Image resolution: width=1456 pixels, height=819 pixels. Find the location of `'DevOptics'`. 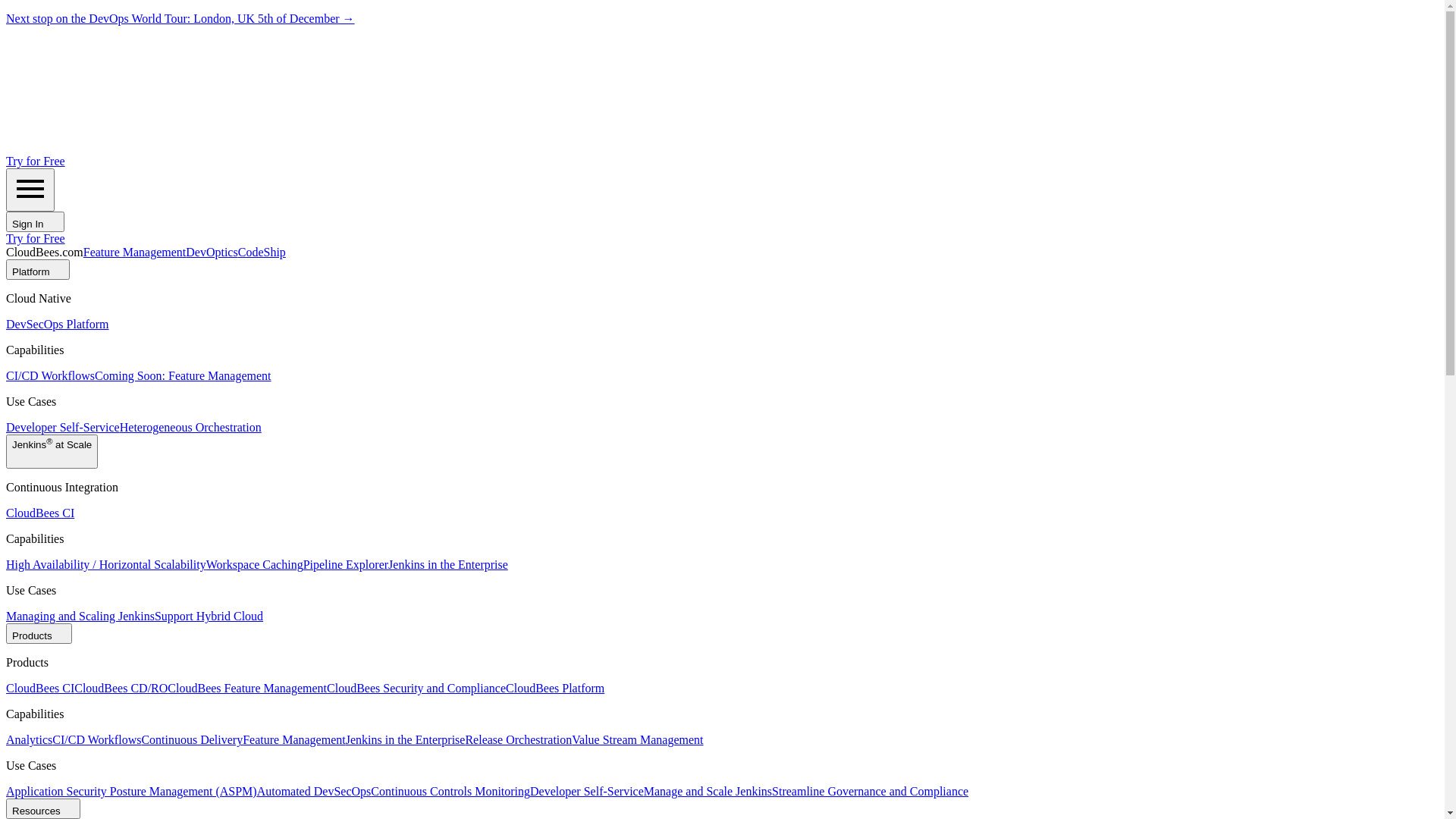

'DevOptics' is located at coordinates (210, 251).